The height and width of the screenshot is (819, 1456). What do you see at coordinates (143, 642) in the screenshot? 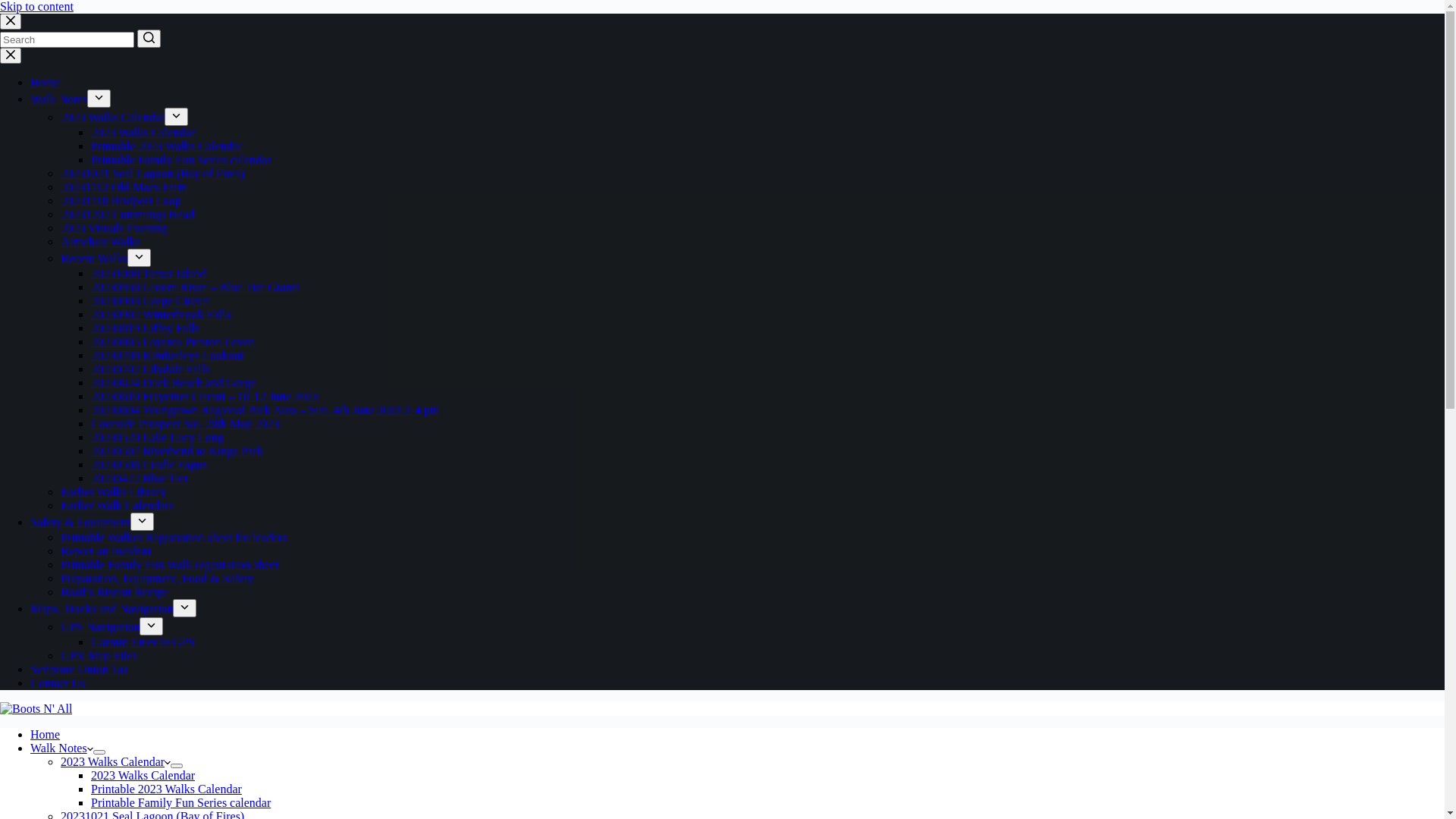
I see `'Garmin Etrex10 GPS'` at bounding box center [143, 642].